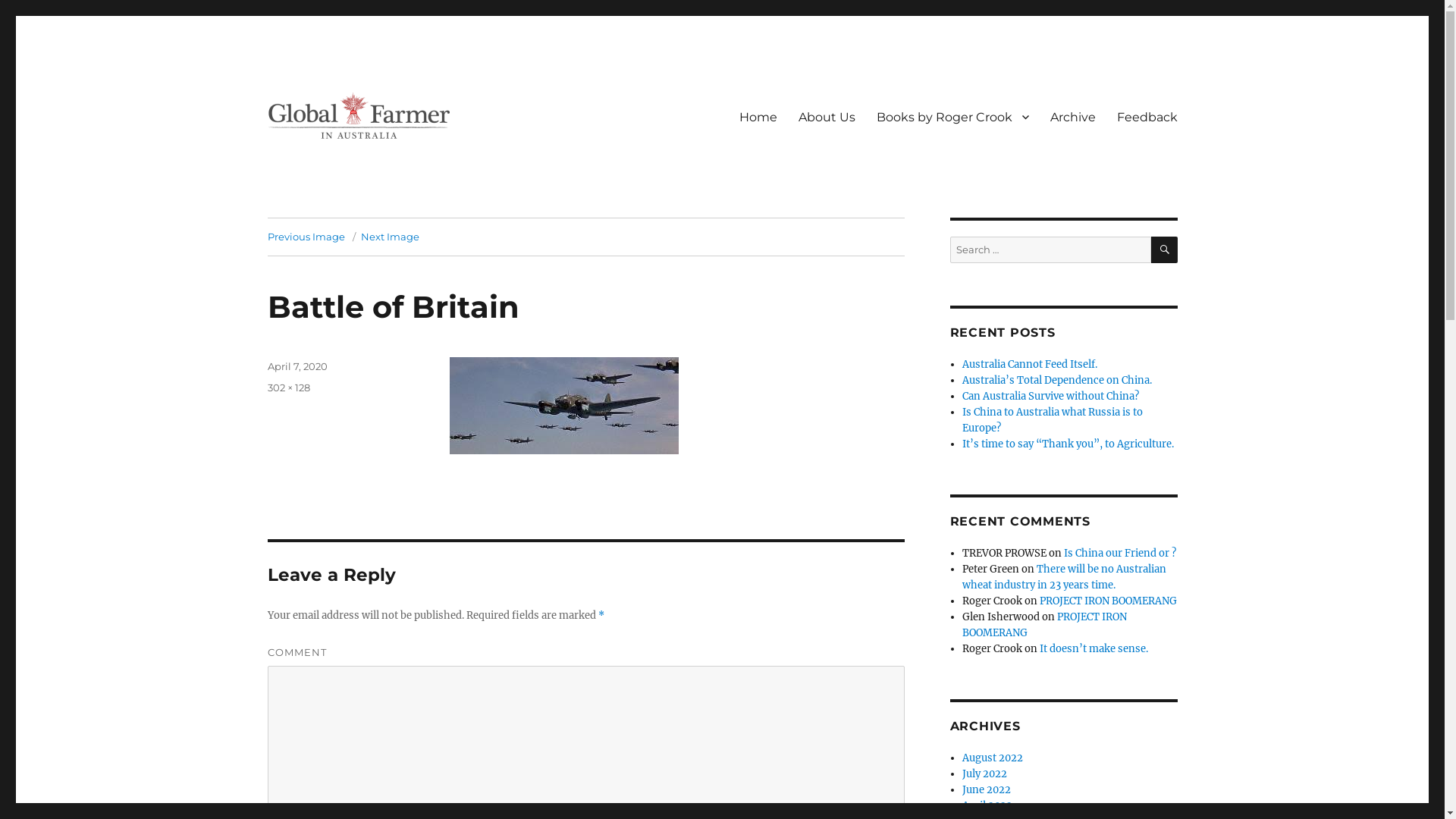 The height and width of the screenshot is (819, 1456). What do you see at coordinates (1120, 553) in the screenshot?
I see `'Is China our Friend or ?'` at bounding box center [1120, 553].